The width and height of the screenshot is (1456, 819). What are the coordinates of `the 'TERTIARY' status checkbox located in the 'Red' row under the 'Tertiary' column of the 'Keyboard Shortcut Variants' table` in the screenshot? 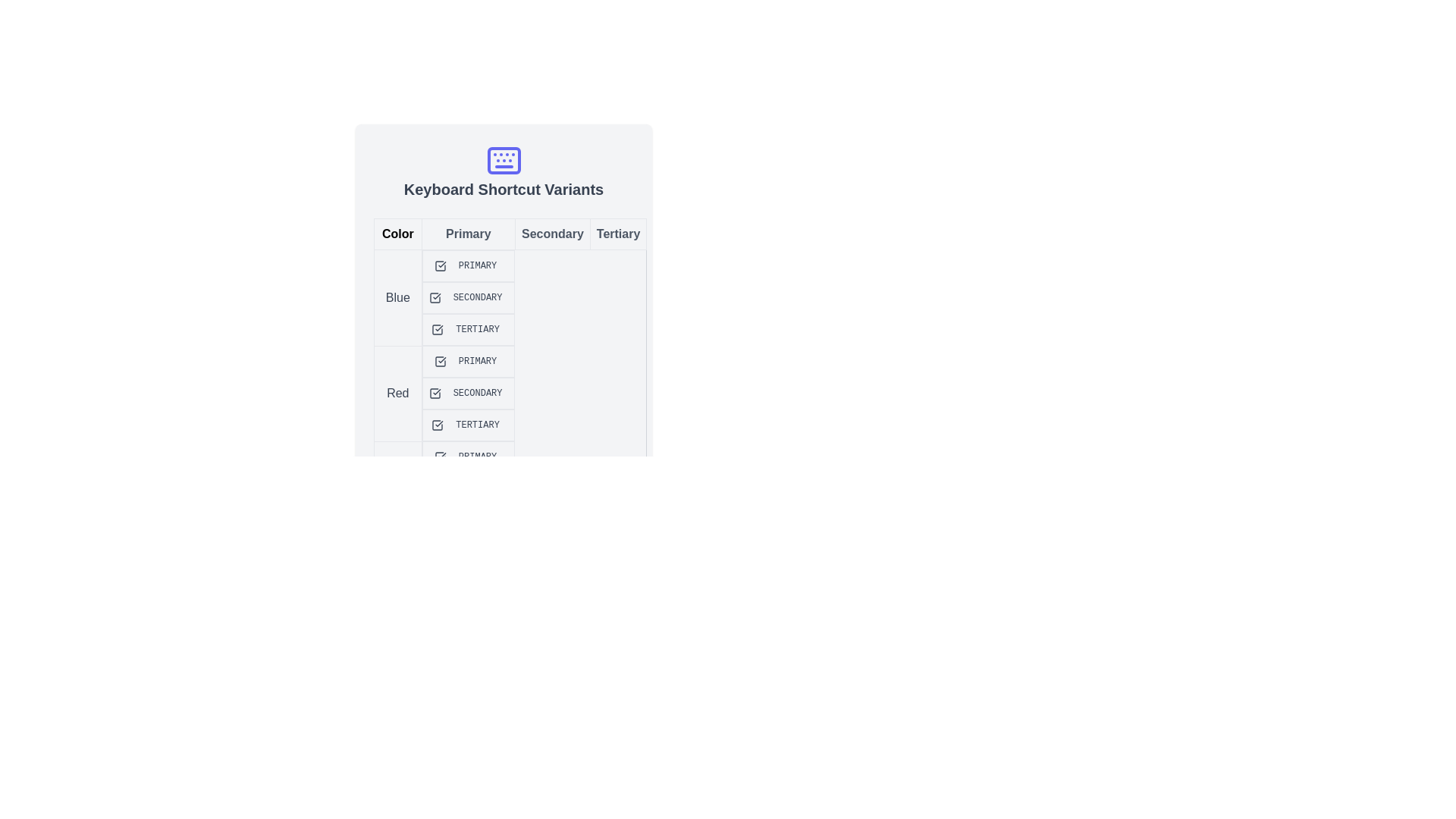 It's located at (468, 425).